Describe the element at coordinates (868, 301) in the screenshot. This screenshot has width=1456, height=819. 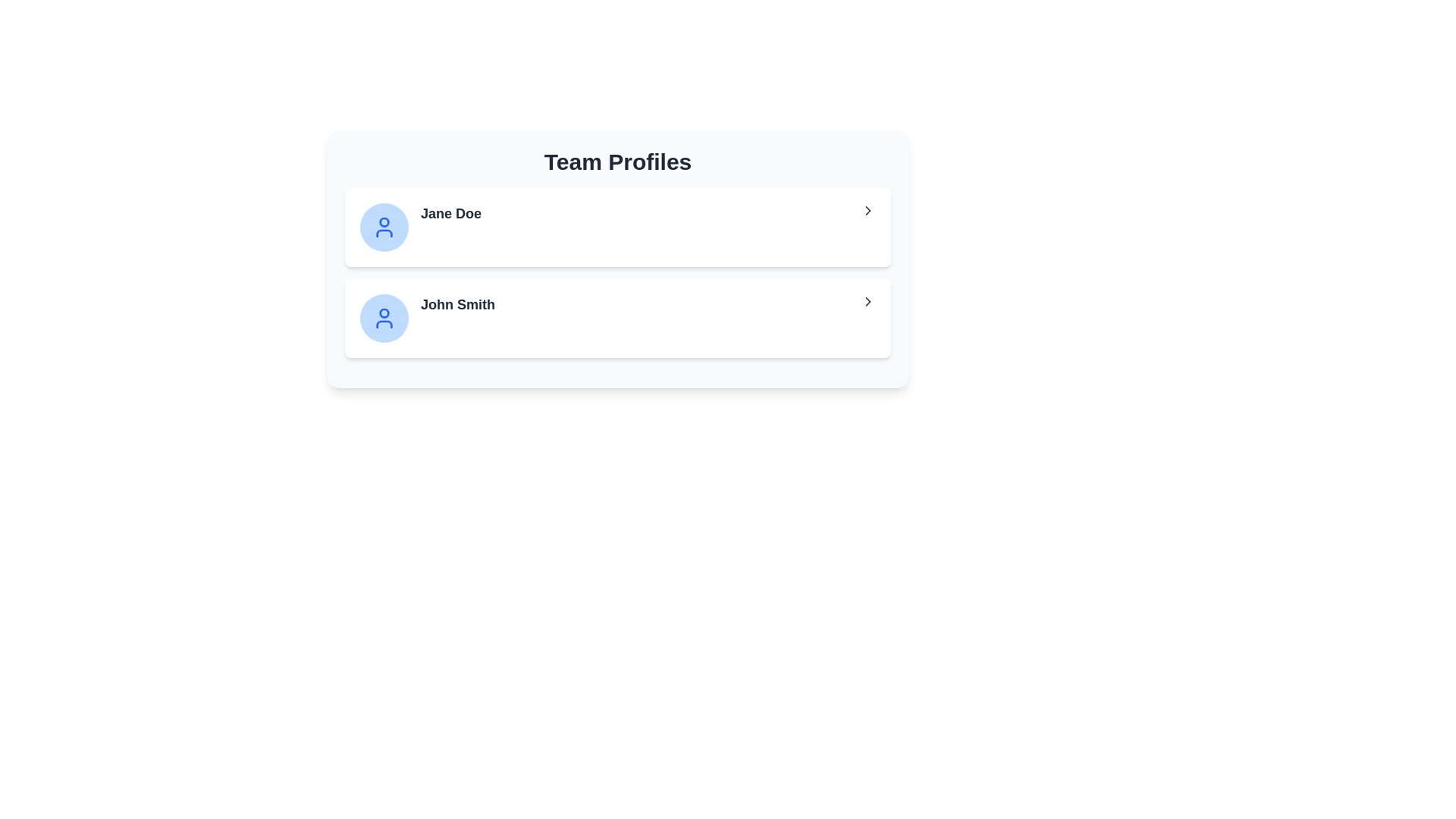
I see `the right-pointing chevron icon associated with 'John Smith' in the 'Team Profiles' section` at that location.